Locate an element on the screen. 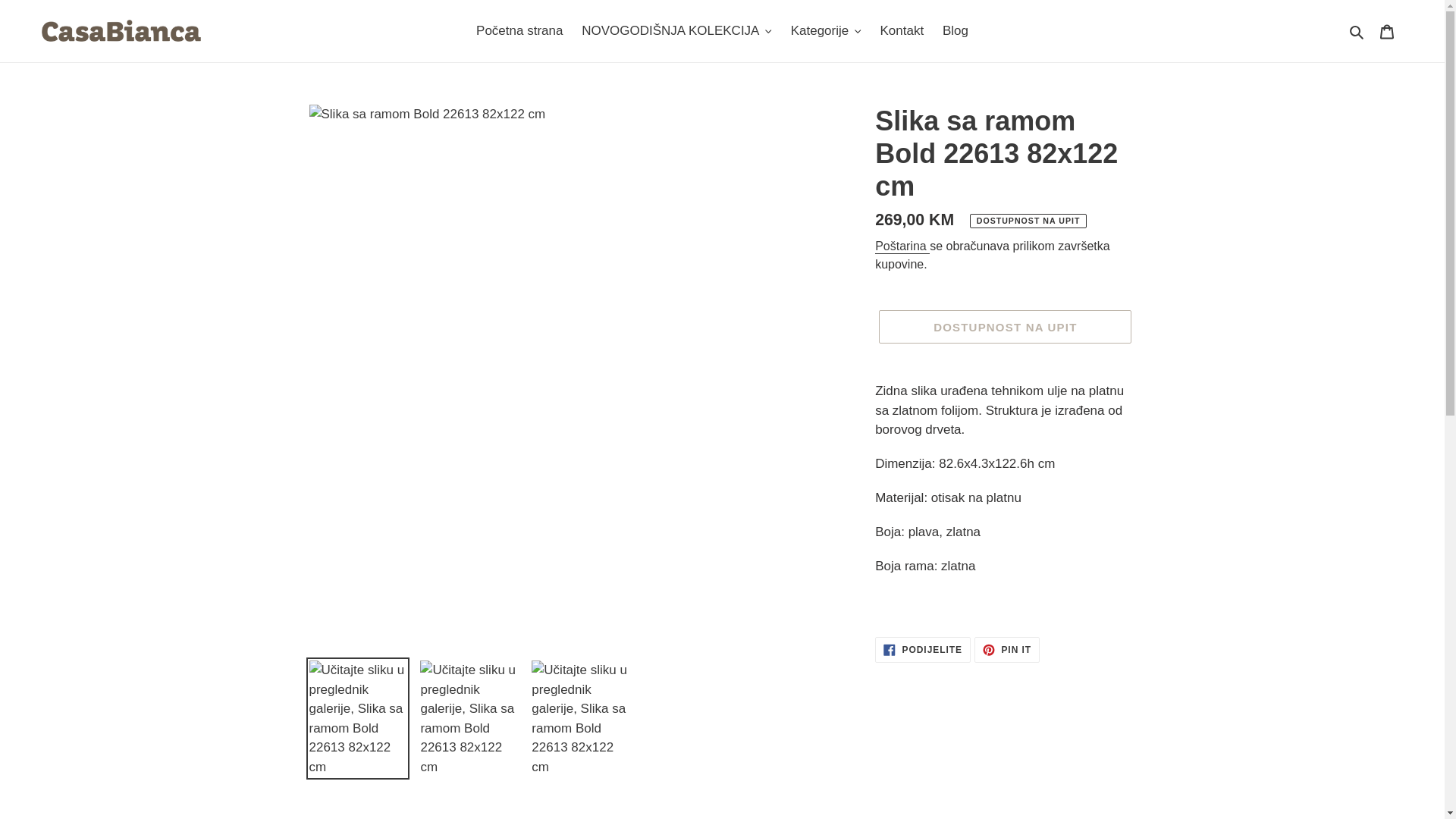  'Kontakt' is located at coordinates (902, 31).